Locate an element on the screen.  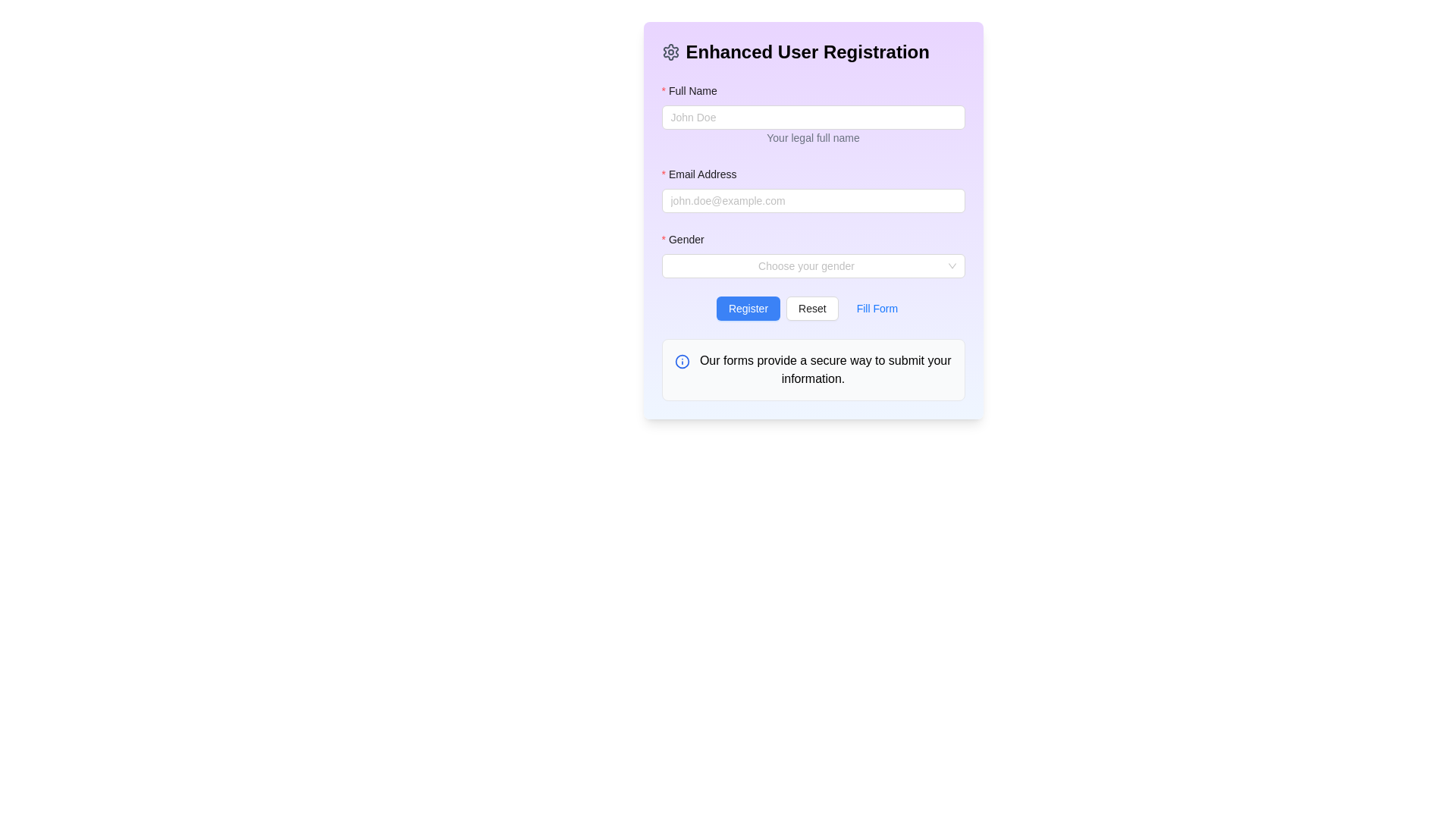
the static text header element located at the top of its containing panel, which serves as the title for the form below is located at coordinates (812, 52).